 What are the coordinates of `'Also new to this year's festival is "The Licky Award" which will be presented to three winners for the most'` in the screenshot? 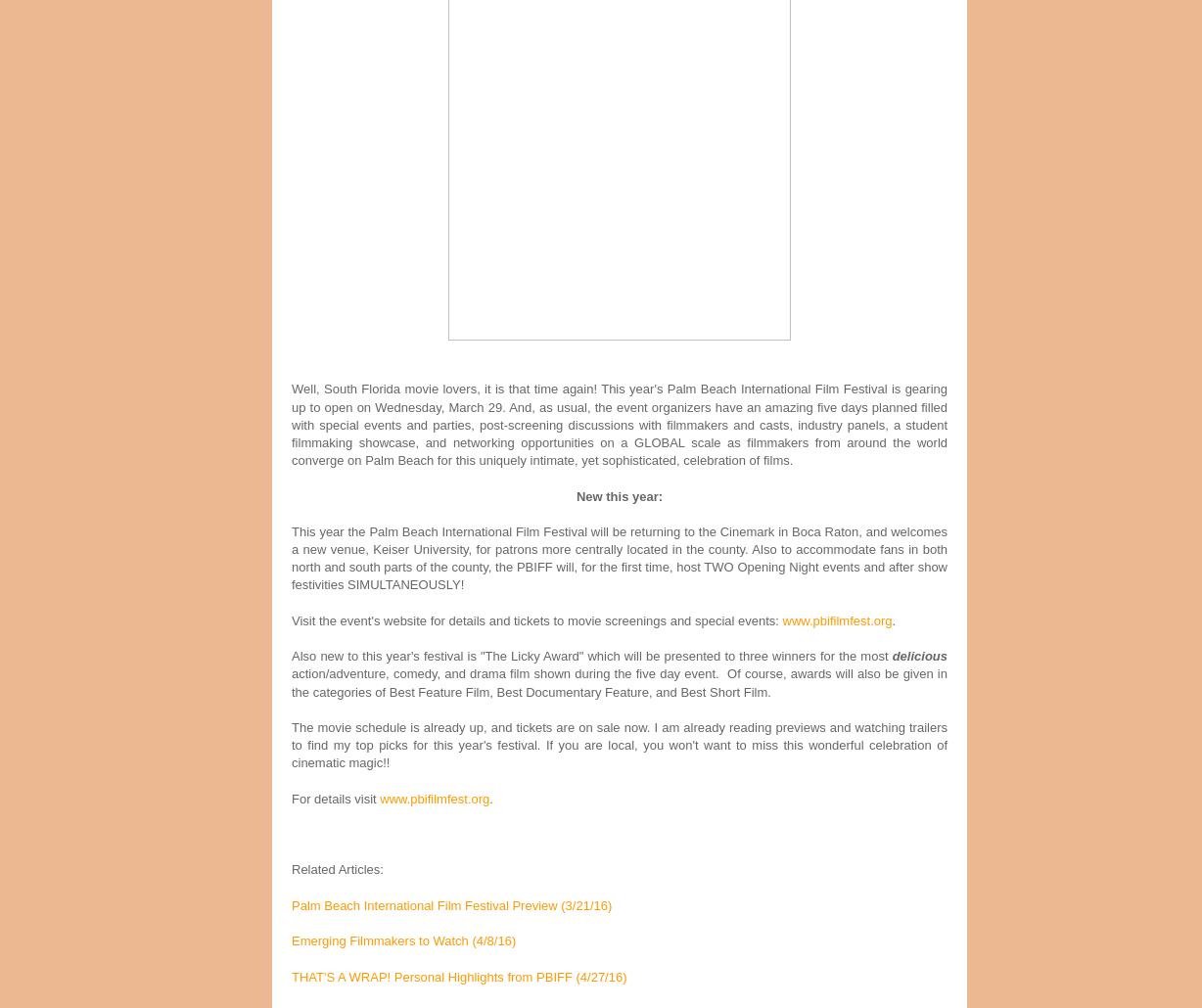 It's located at (590, 655).